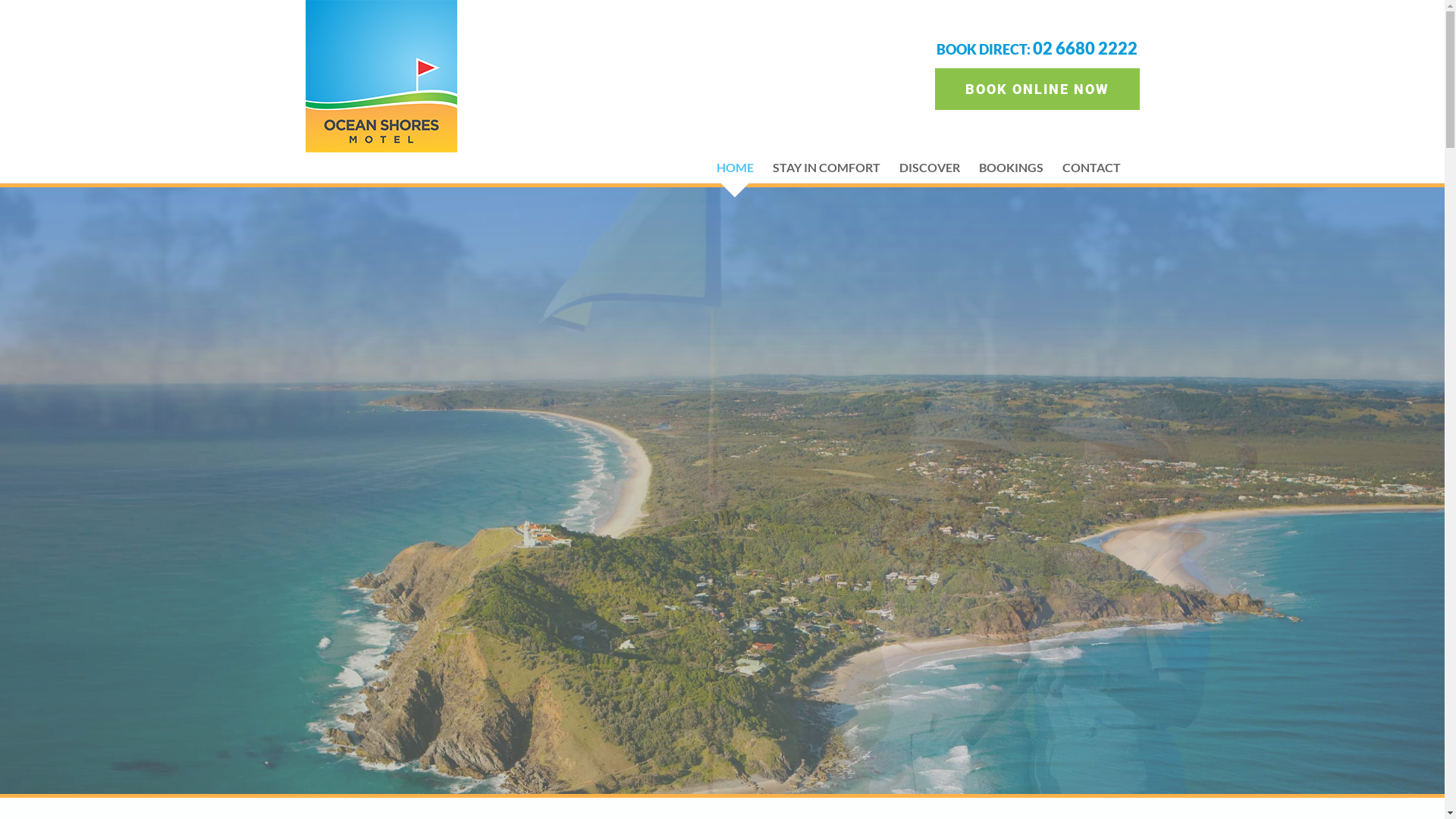 The height and width of the screenshot is (819, 1456). I want to click on 'CONTACT', so click(1090, 167).